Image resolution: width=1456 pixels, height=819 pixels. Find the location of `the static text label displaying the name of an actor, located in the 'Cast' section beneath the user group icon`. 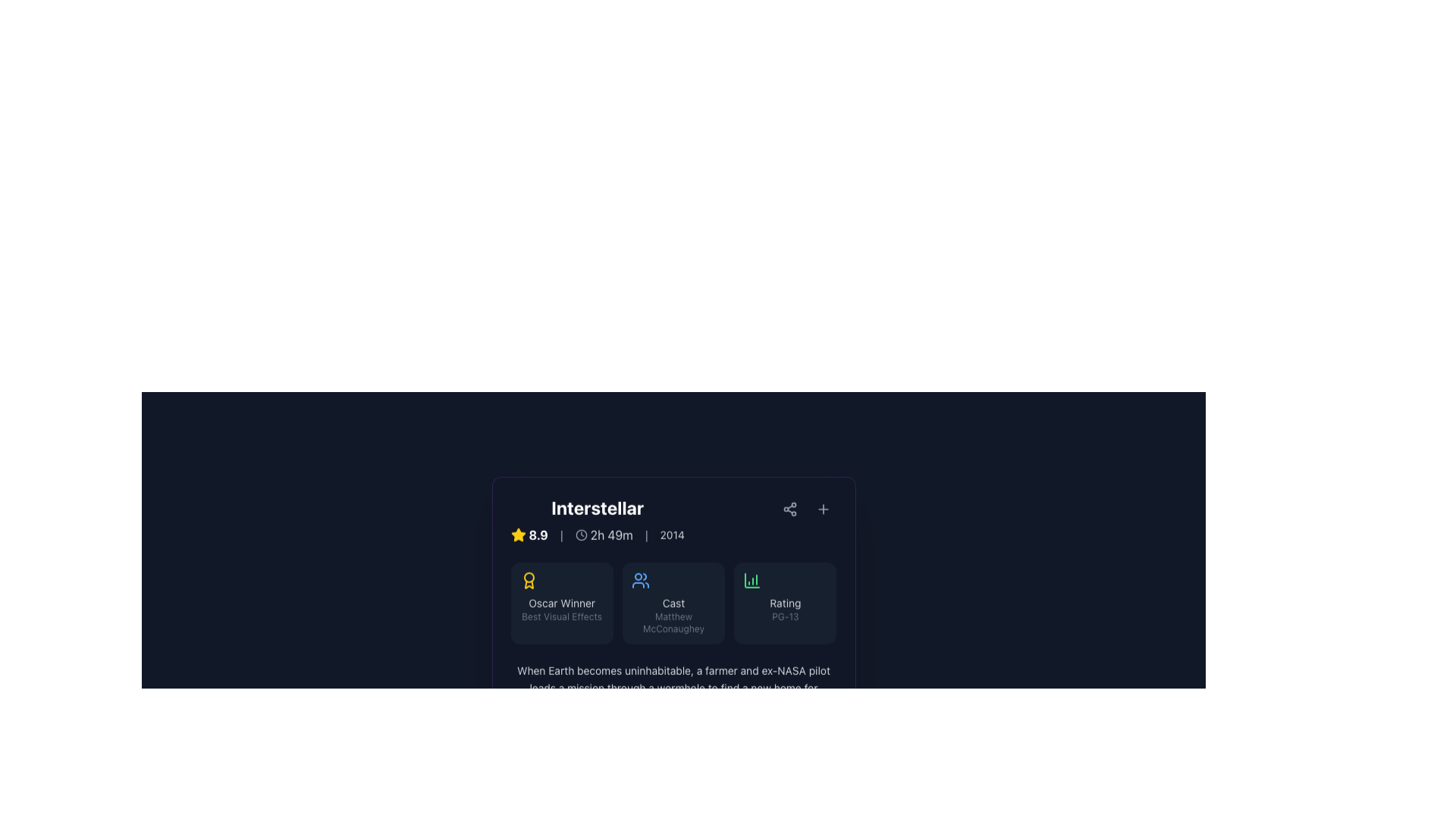

the static text label displaying the name of an actor, located in the 'Cast' section beneath the user group icon is located at coordinates (673, 623).